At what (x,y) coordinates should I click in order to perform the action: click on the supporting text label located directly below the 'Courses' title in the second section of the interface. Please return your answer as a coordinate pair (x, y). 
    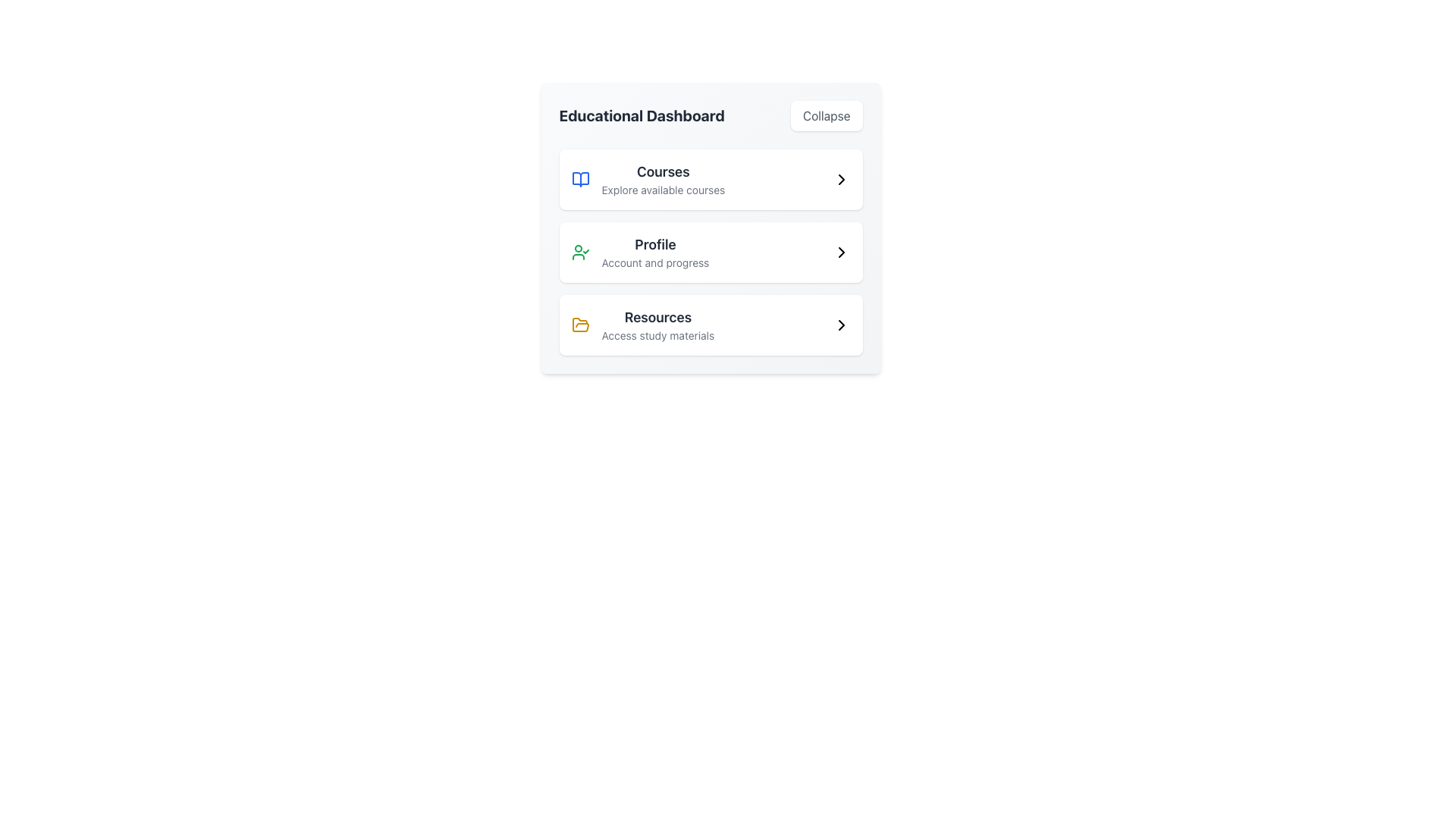
    Looking at the image, I should click on (663, 189).